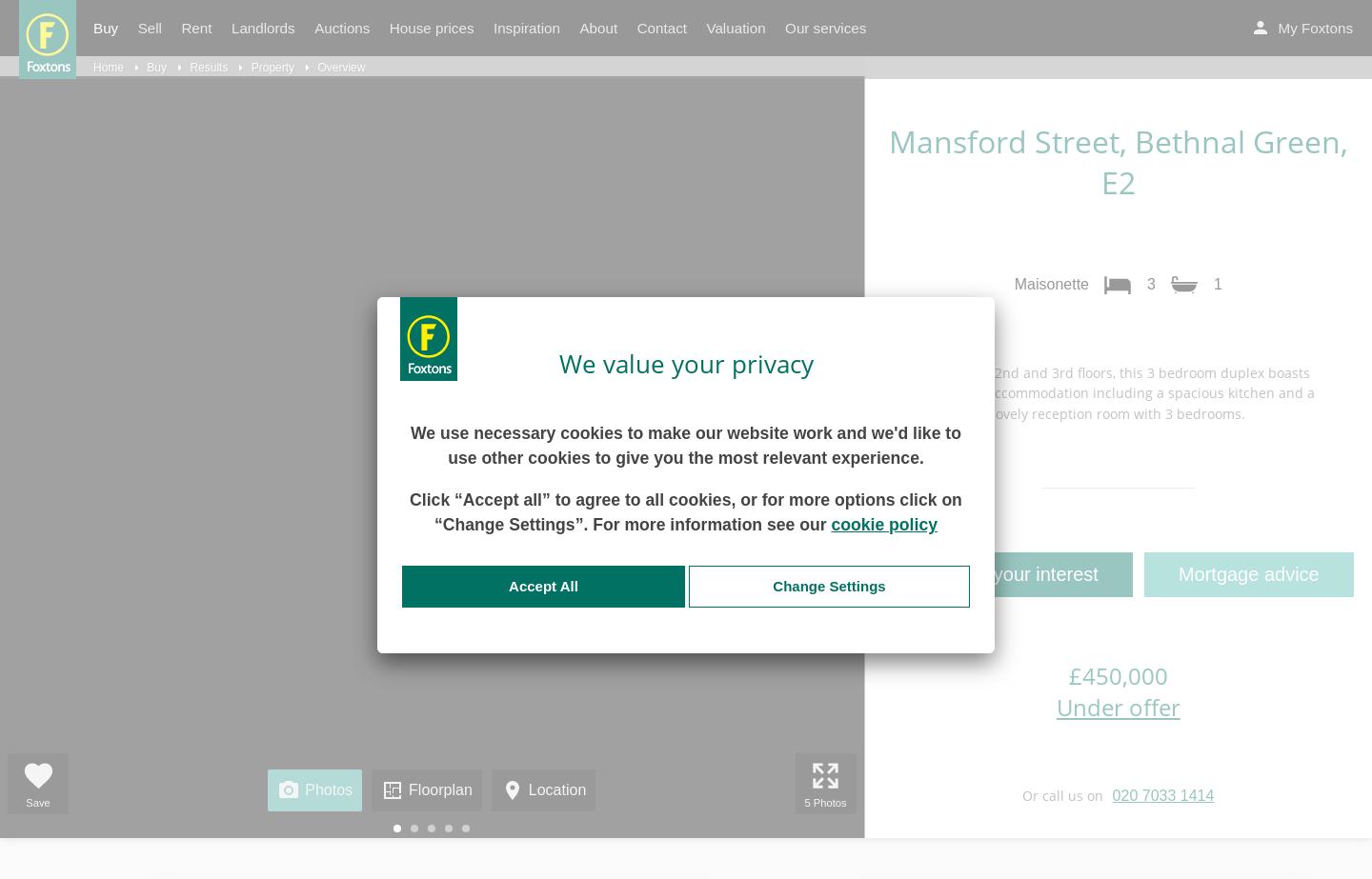 The height and width of the screenshot is (879, 1372). I want to click on 'Floorplan', so click(408, 789).